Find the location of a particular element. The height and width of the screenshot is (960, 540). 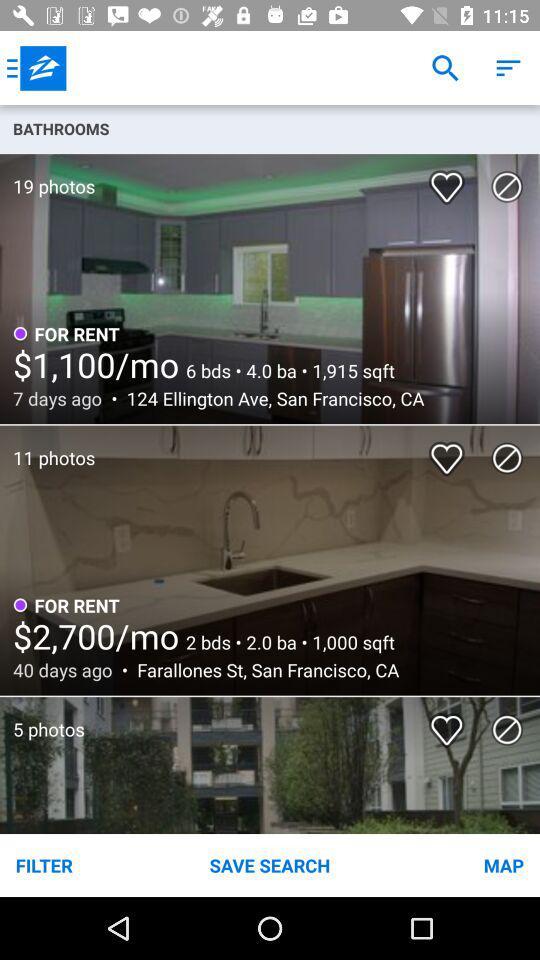

the map item is located at coordinates (449, 864).